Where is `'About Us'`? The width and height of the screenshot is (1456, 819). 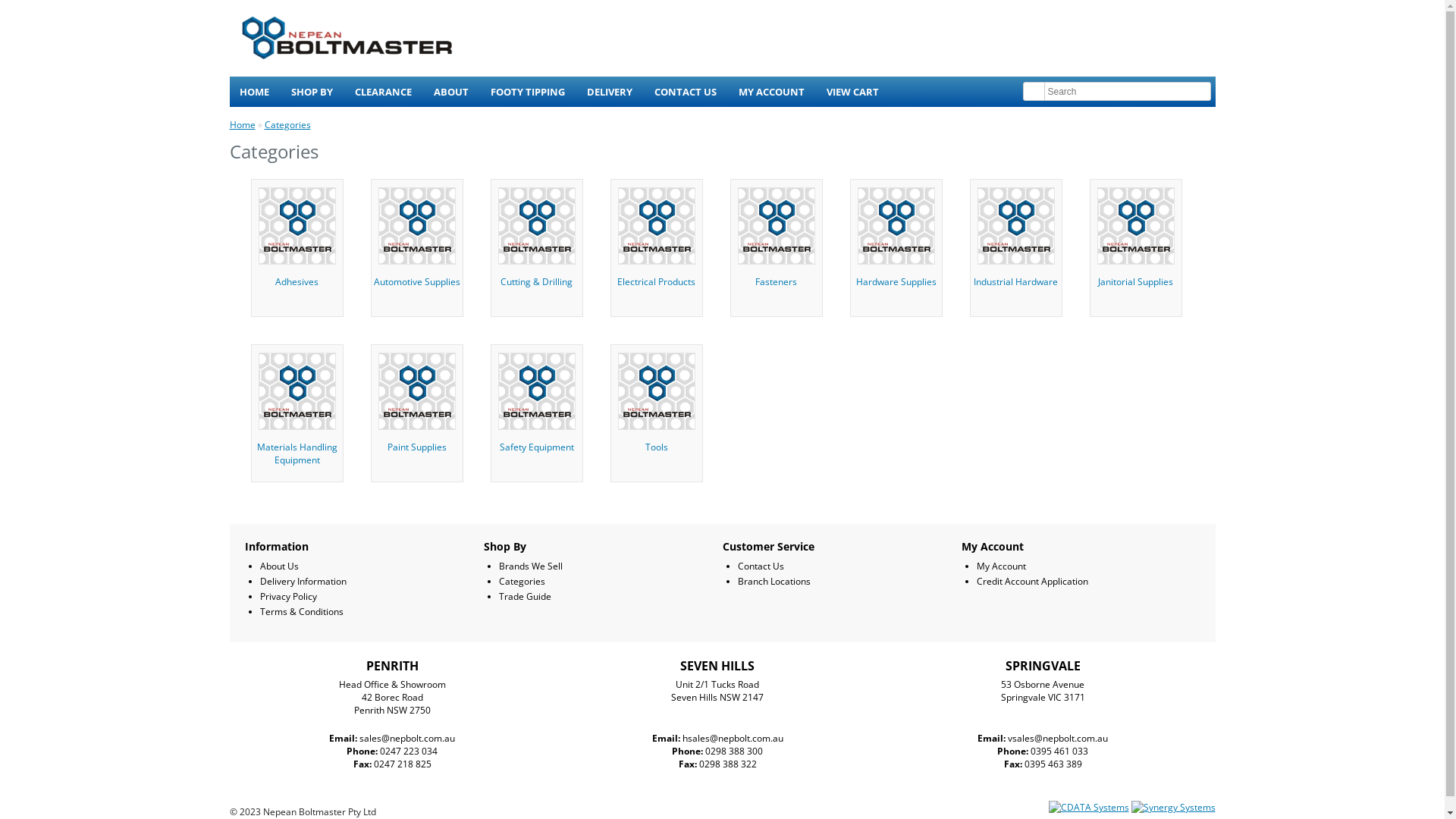 'About Us' is located at coordinates (278, 566).